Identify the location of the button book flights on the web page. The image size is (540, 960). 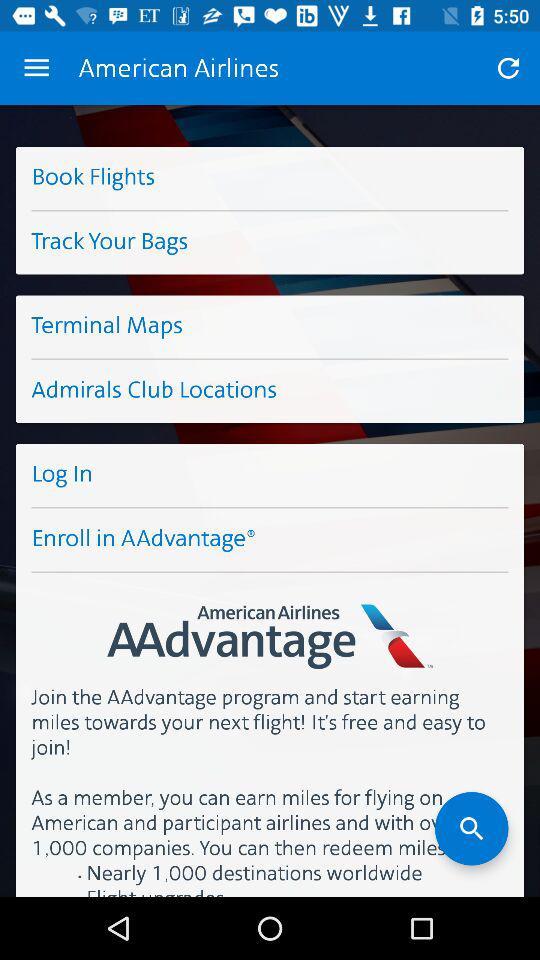
(270, 177).